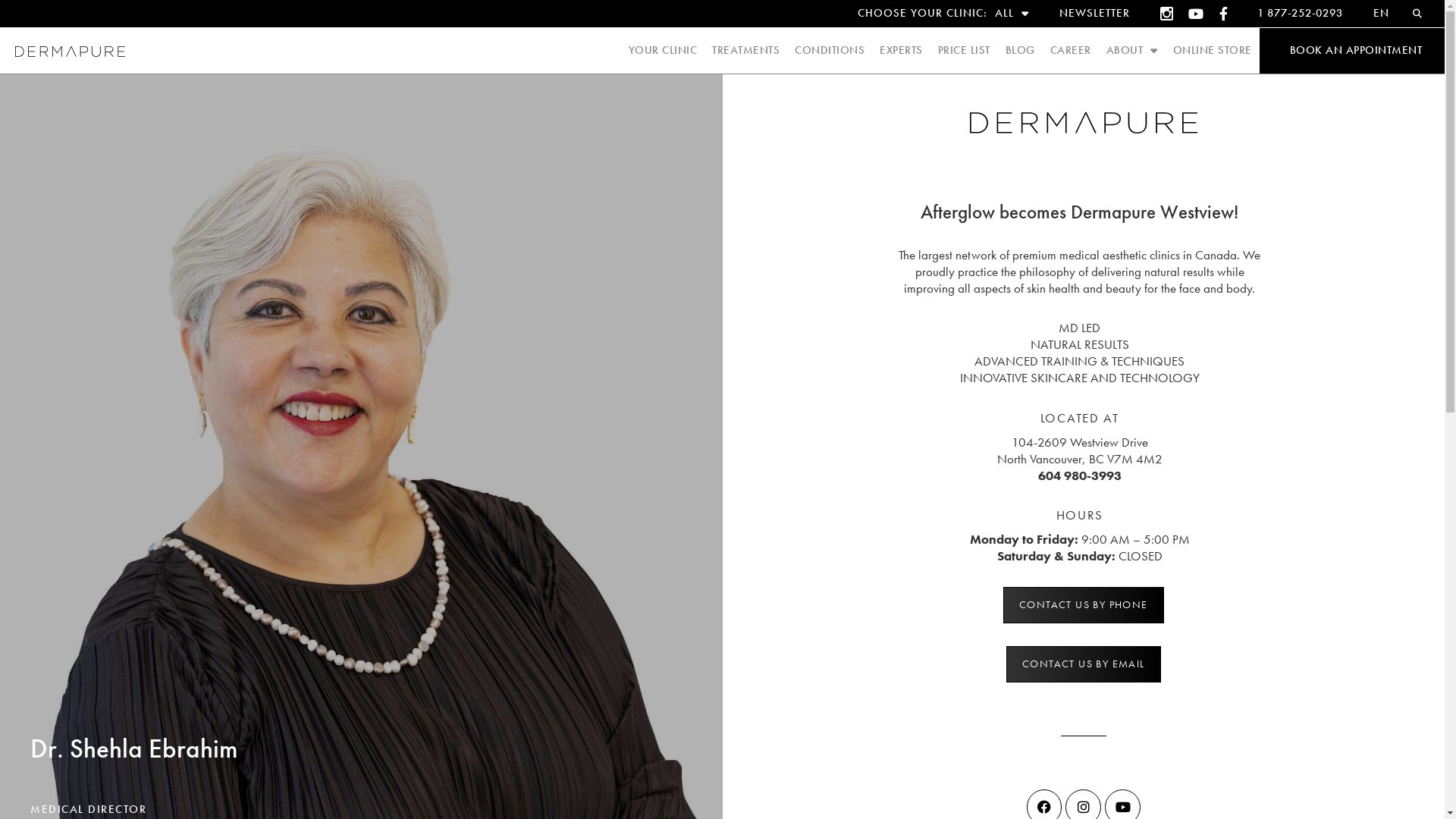 The height and width of the screenshot is (819, 1456). Describe the element at coordinates (1171, 49) in the screenshot. I see `'ONLINE STORE'` at that location.